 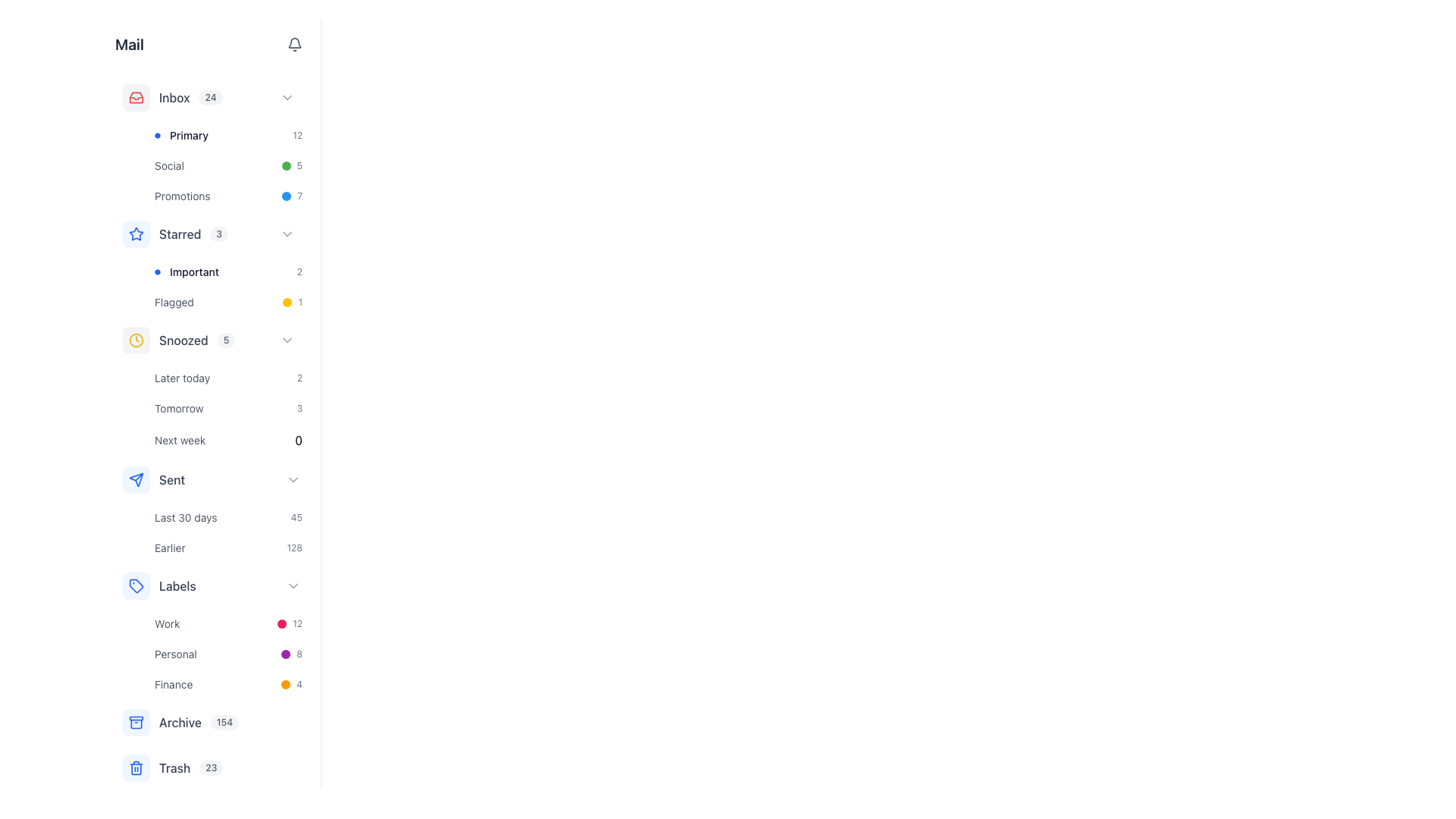 What do you see at coordinates (136, 721) in the screenshot?
I see `keyboard navigation` at bounding box center [136, 721].